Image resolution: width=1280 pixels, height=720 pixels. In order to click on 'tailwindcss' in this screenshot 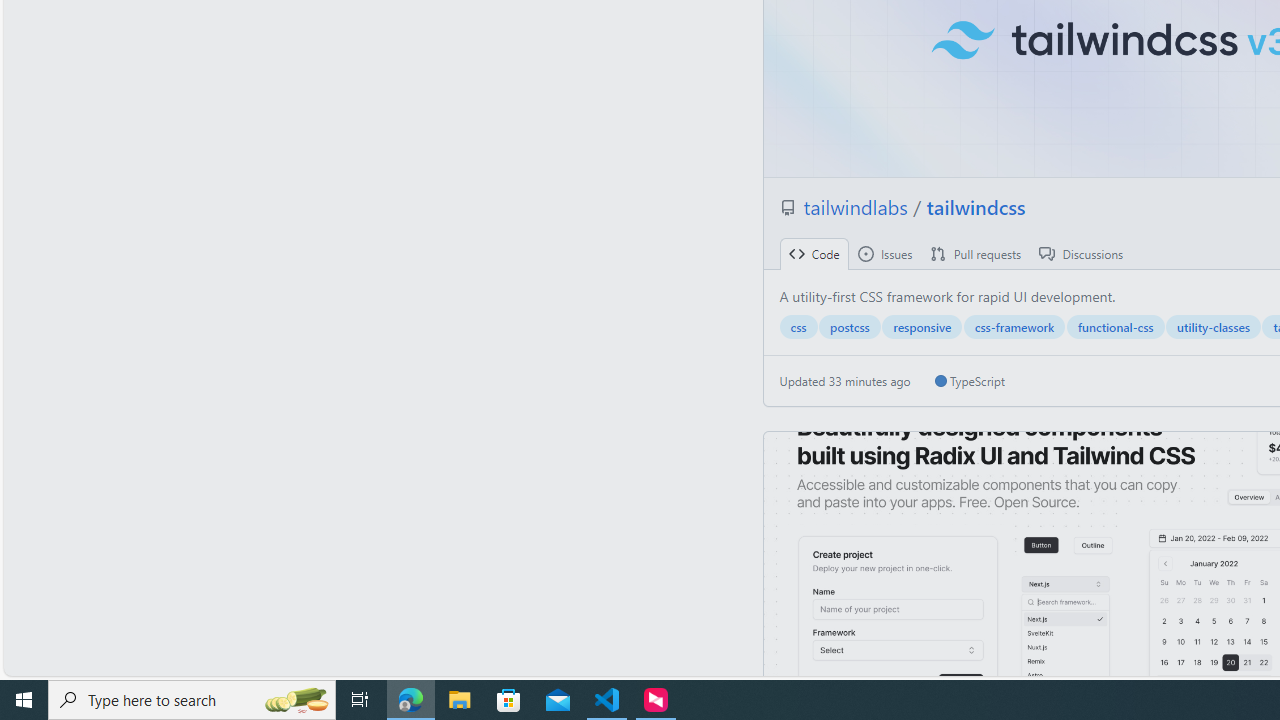, I will do `click(976, 206)`.